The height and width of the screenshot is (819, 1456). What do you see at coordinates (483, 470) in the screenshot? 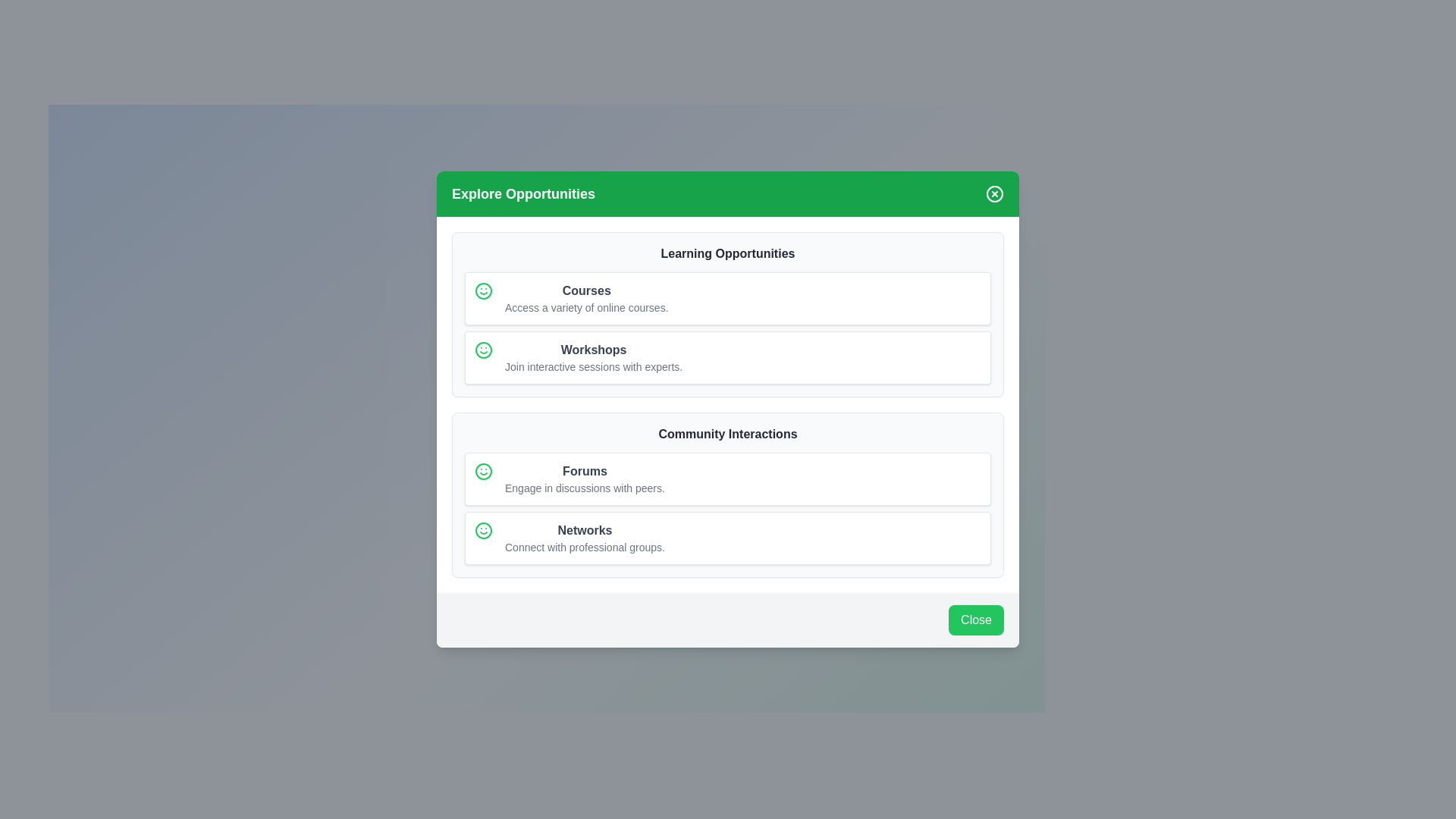
I see `the green smiley face icon located to the left of the 'Forums' title text in the 'Community Interactions' section` at bounding box center [483, 470].